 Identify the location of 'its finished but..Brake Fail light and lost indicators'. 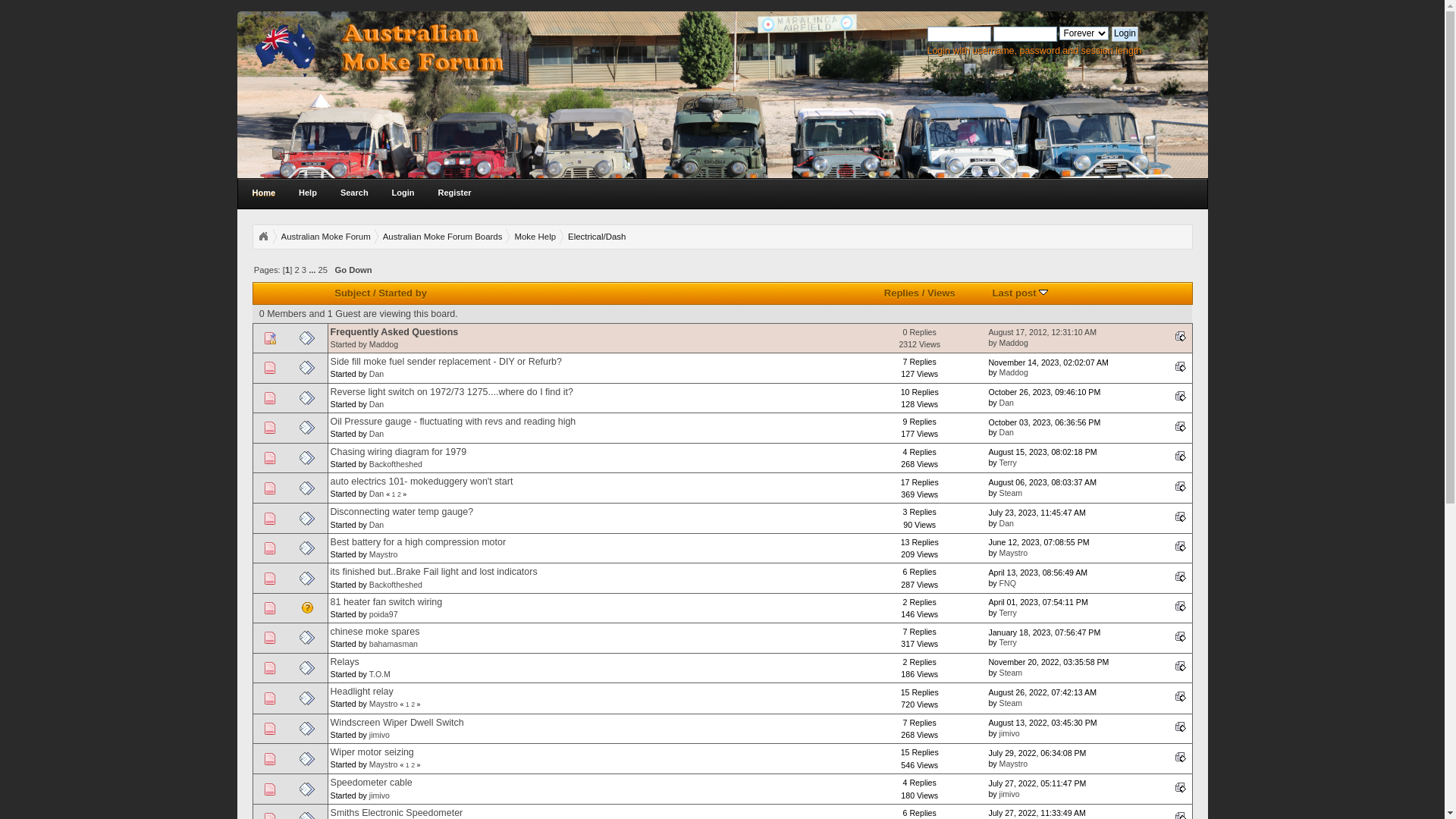
(433, 571).